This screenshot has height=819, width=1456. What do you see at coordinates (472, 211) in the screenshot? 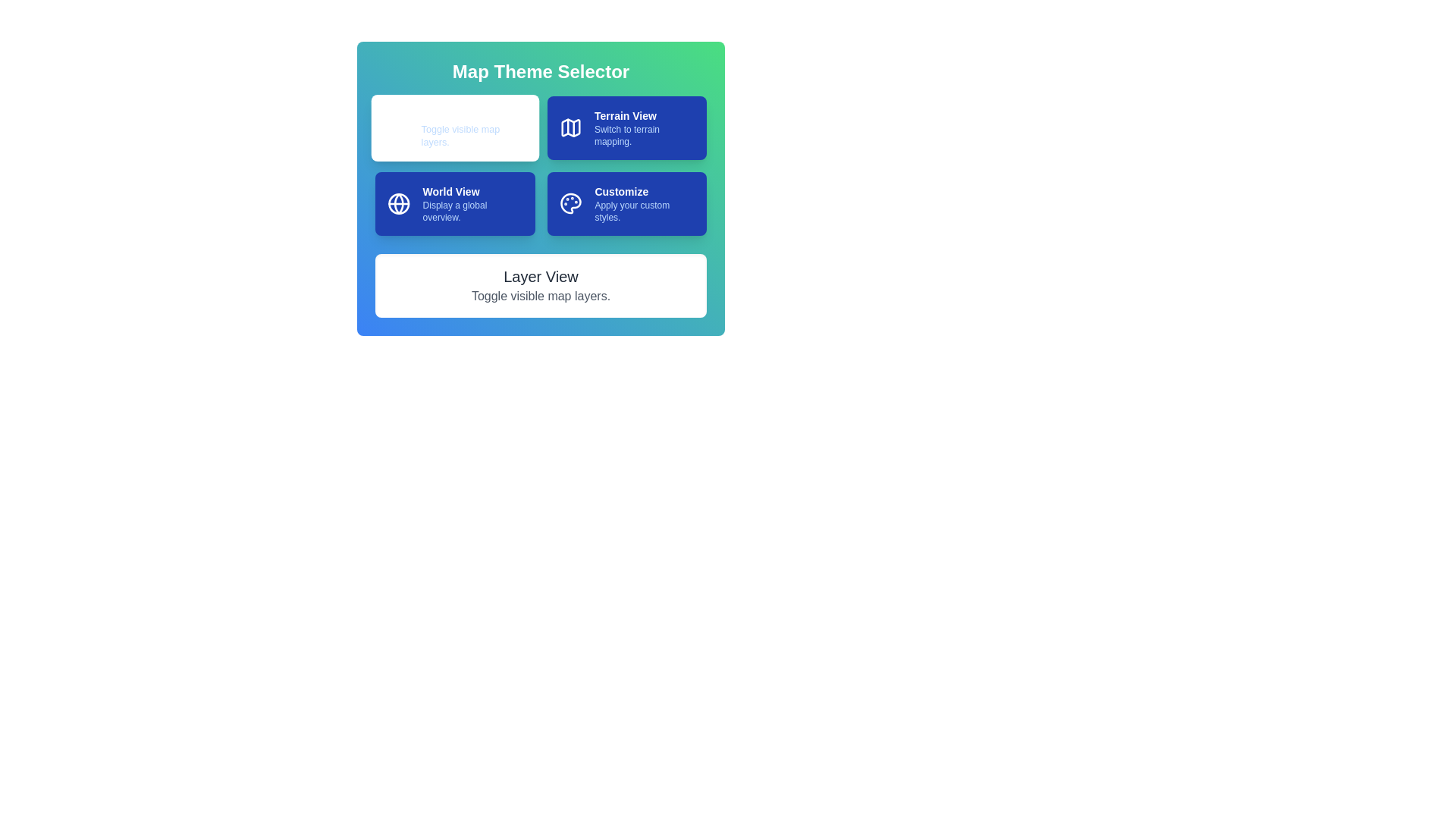
I see `the text label that provides supplementary information about the 'World View' option, located at the bottom of the 'World View' section within the dark blue rectangular tile` at bounding box center [472, 211].